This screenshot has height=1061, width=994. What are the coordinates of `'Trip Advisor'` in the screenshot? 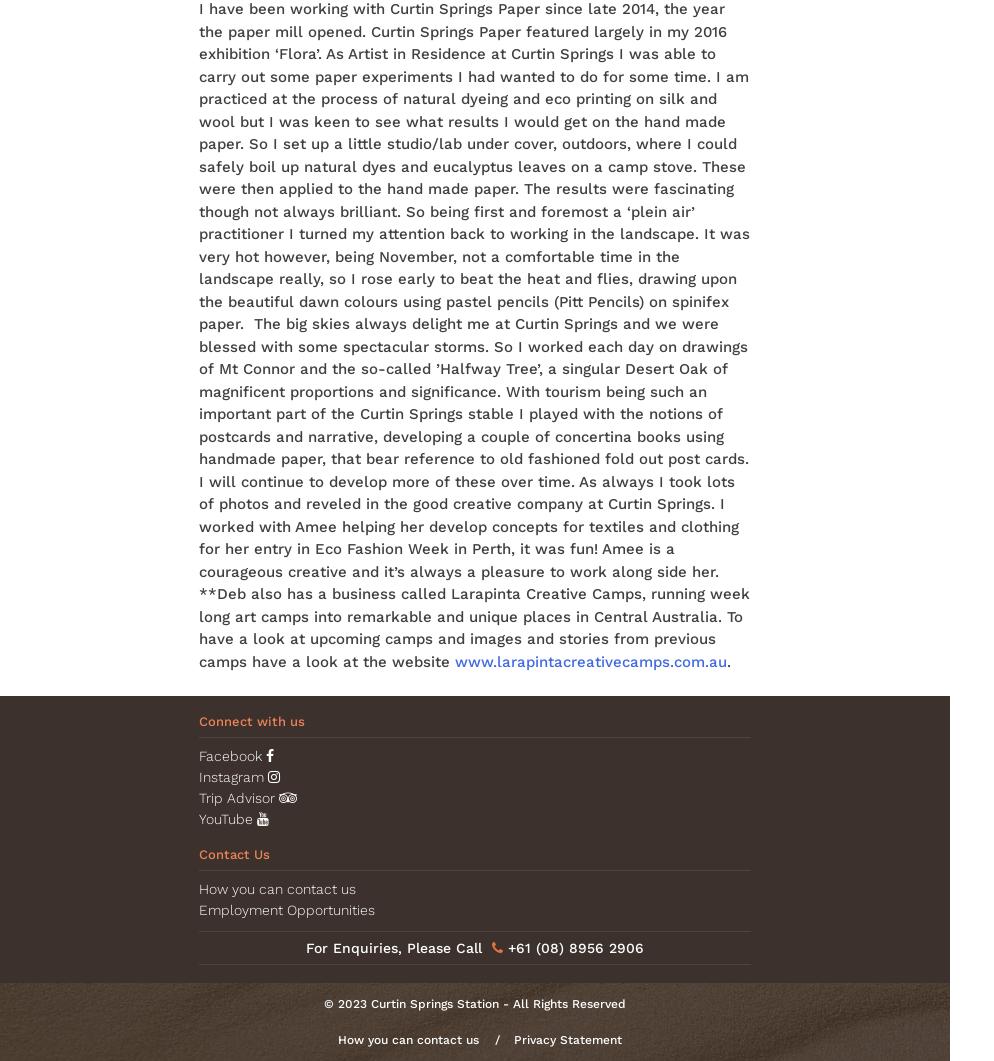 It's located at (238, 797).